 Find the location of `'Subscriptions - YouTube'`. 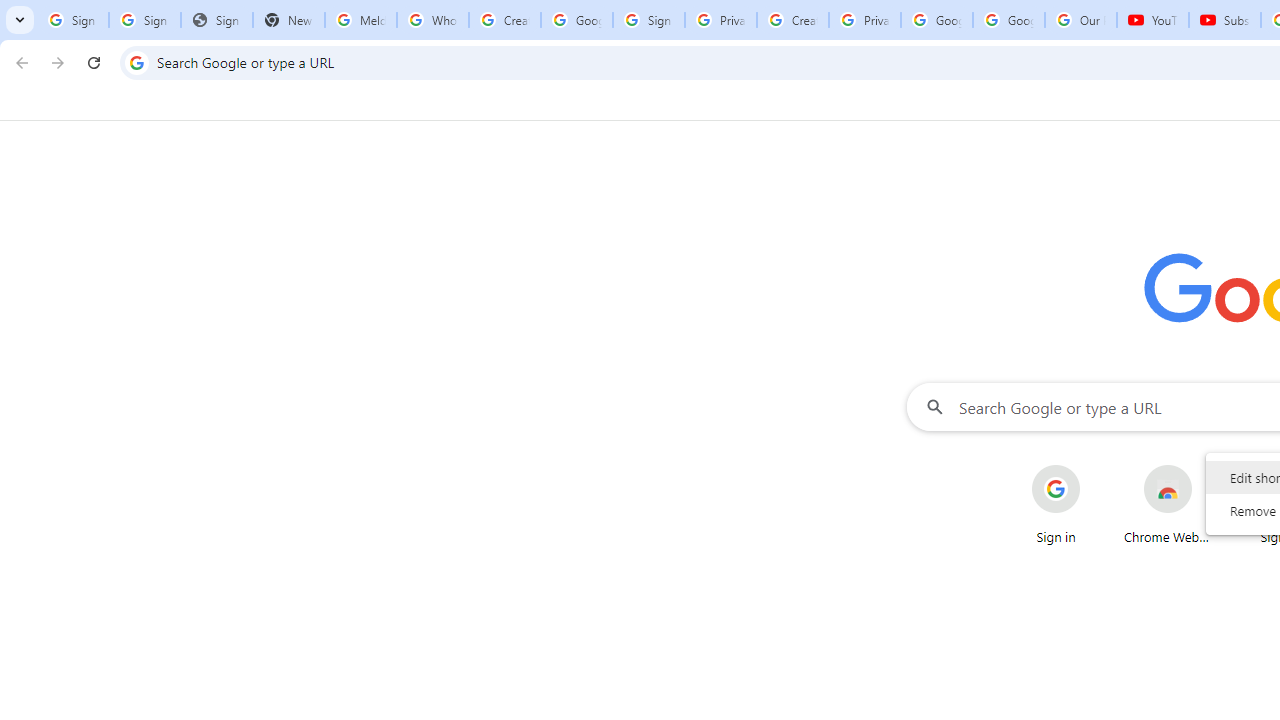

'Subscriptions - YouTube' is located at coordinates (1223, 20).